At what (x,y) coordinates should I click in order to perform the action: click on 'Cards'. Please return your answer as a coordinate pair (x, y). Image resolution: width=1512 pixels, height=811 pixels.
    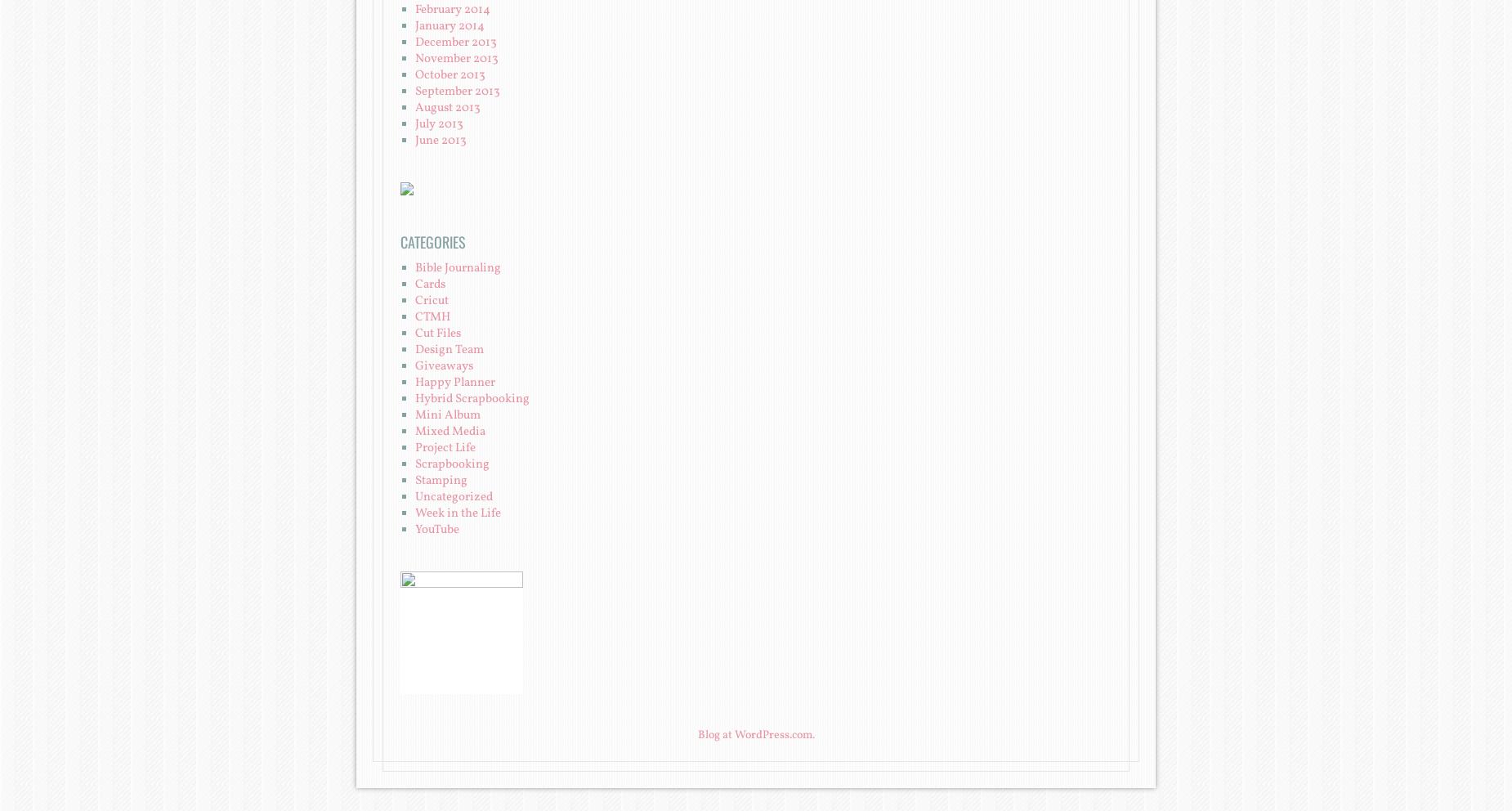
    Looking at the image, I should click on (430, 283).